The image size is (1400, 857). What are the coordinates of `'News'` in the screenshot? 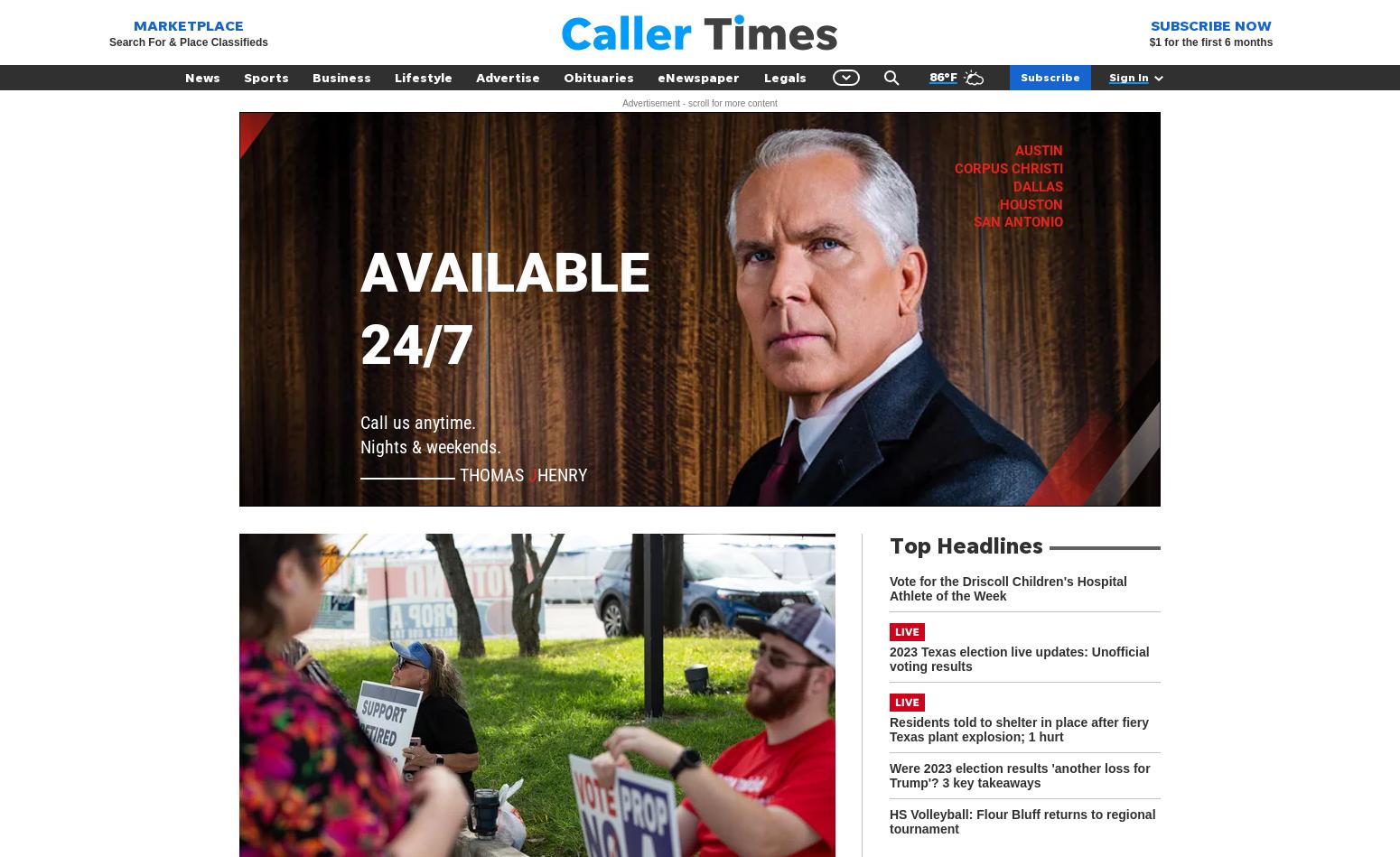 It's located at (184, 77).